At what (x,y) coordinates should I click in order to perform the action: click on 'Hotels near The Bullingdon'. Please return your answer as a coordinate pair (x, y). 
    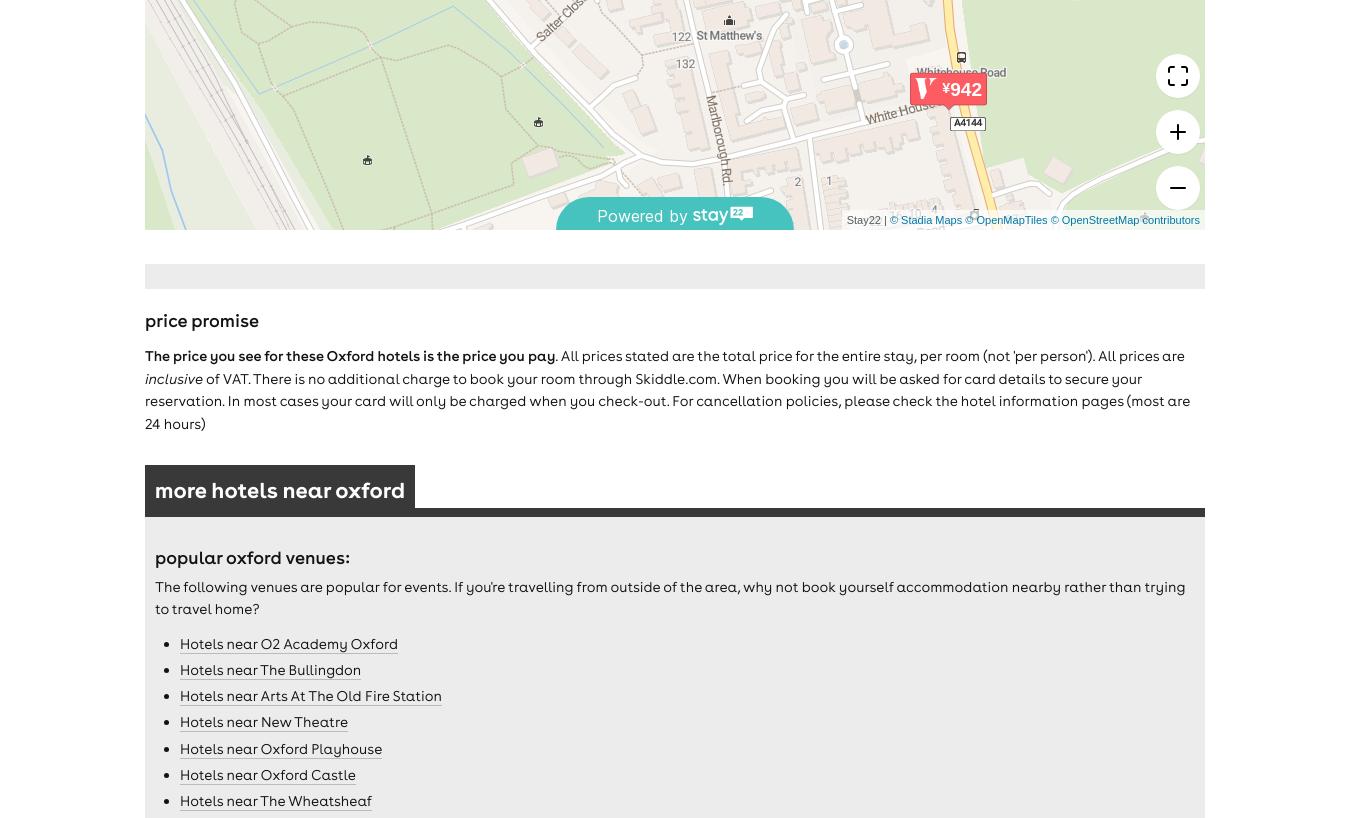
    Looking at the image, I should click on (269, 668).